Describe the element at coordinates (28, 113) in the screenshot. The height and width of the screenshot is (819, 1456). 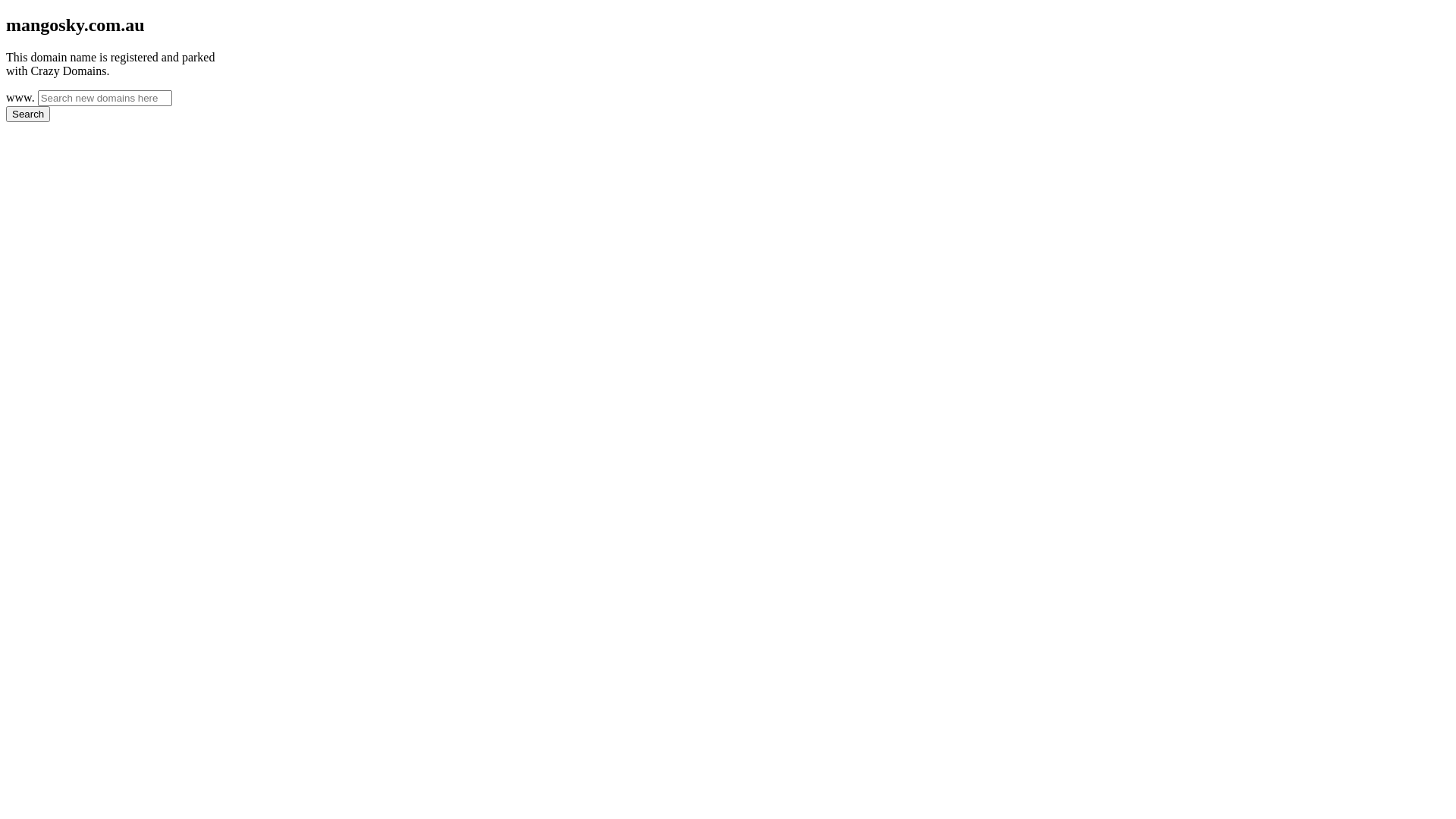
I see `'Search'` at that location.